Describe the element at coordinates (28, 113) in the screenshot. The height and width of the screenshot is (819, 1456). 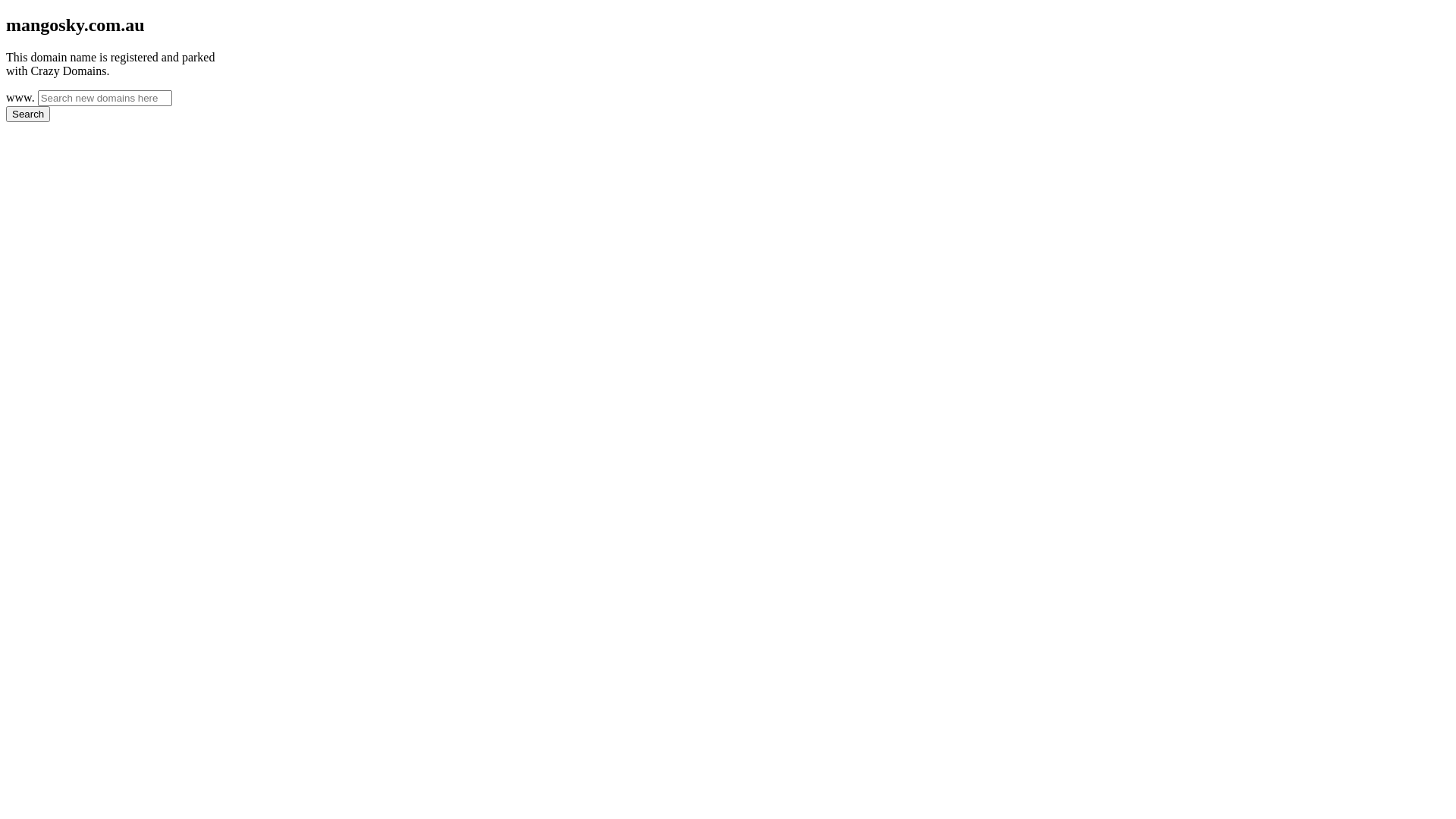
I see `'Search'` at that location.